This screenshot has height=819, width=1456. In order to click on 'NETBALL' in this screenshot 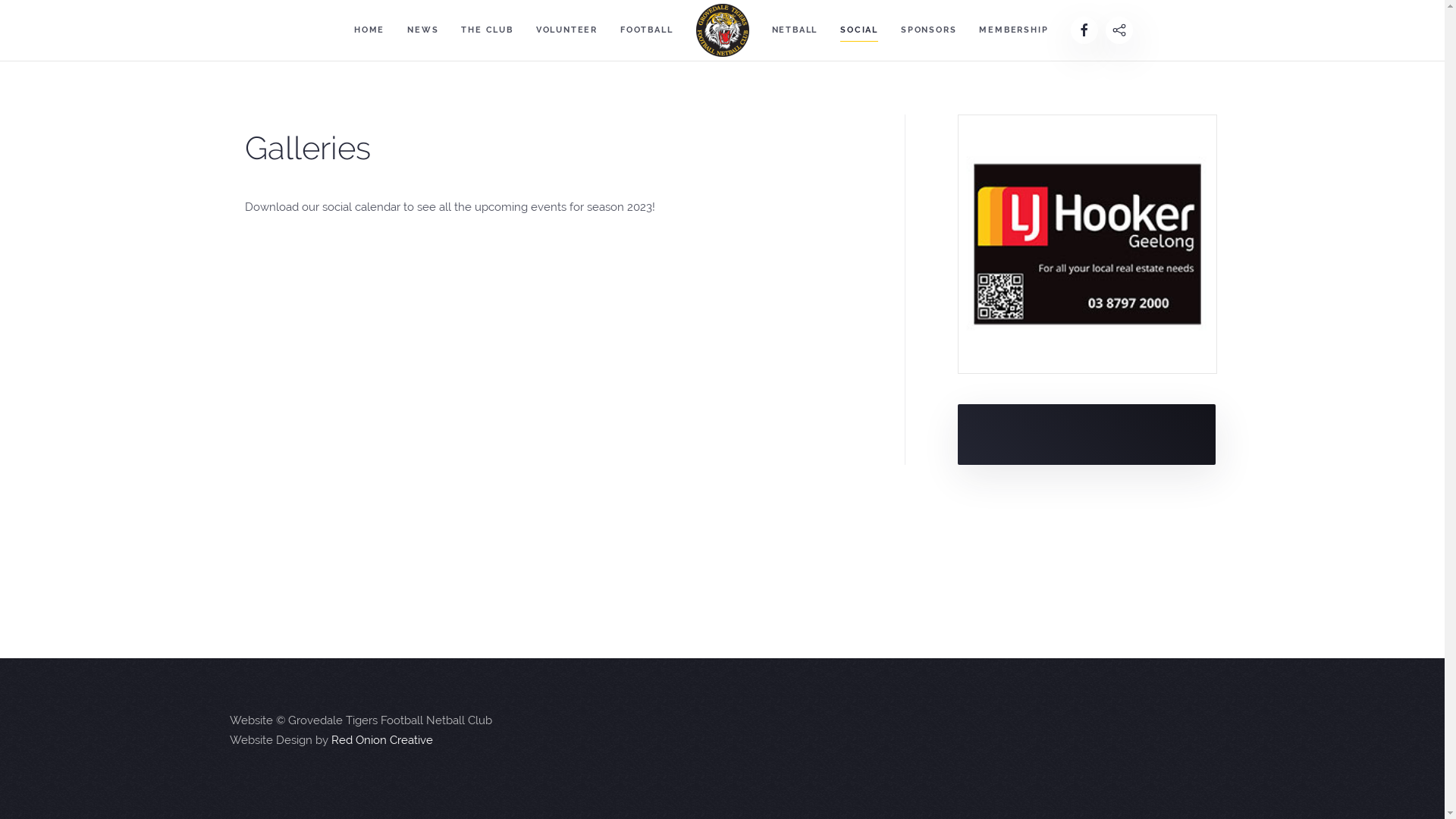, I will do `click(793, 30)`.